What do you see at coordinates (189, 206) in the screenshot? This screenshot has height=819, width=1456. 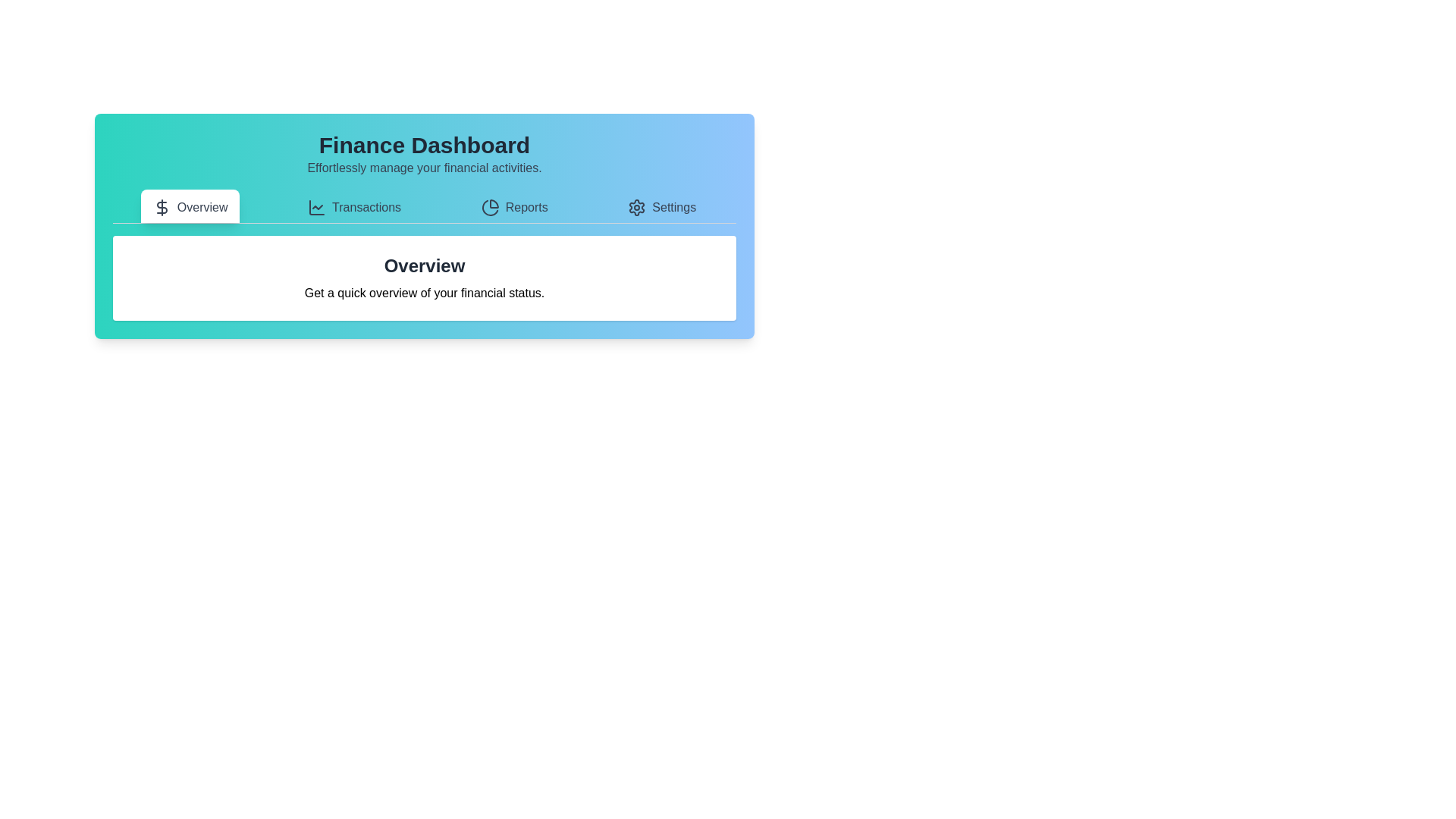 I see `the Overview tab` at bounding box center [189, 206].